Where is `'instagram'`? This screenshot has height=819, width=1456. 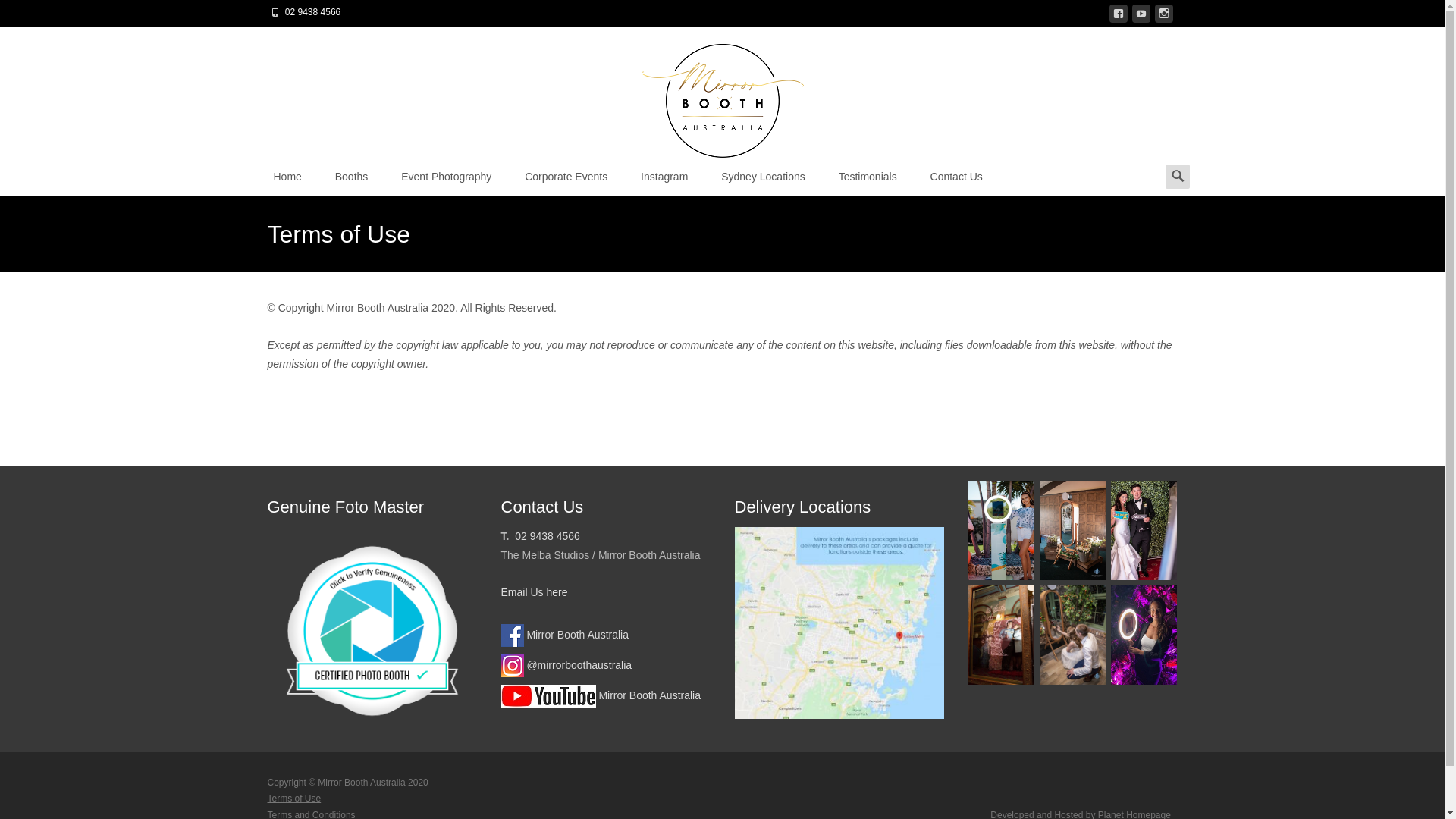 'instagram' is located at coordinates (1163, 17).